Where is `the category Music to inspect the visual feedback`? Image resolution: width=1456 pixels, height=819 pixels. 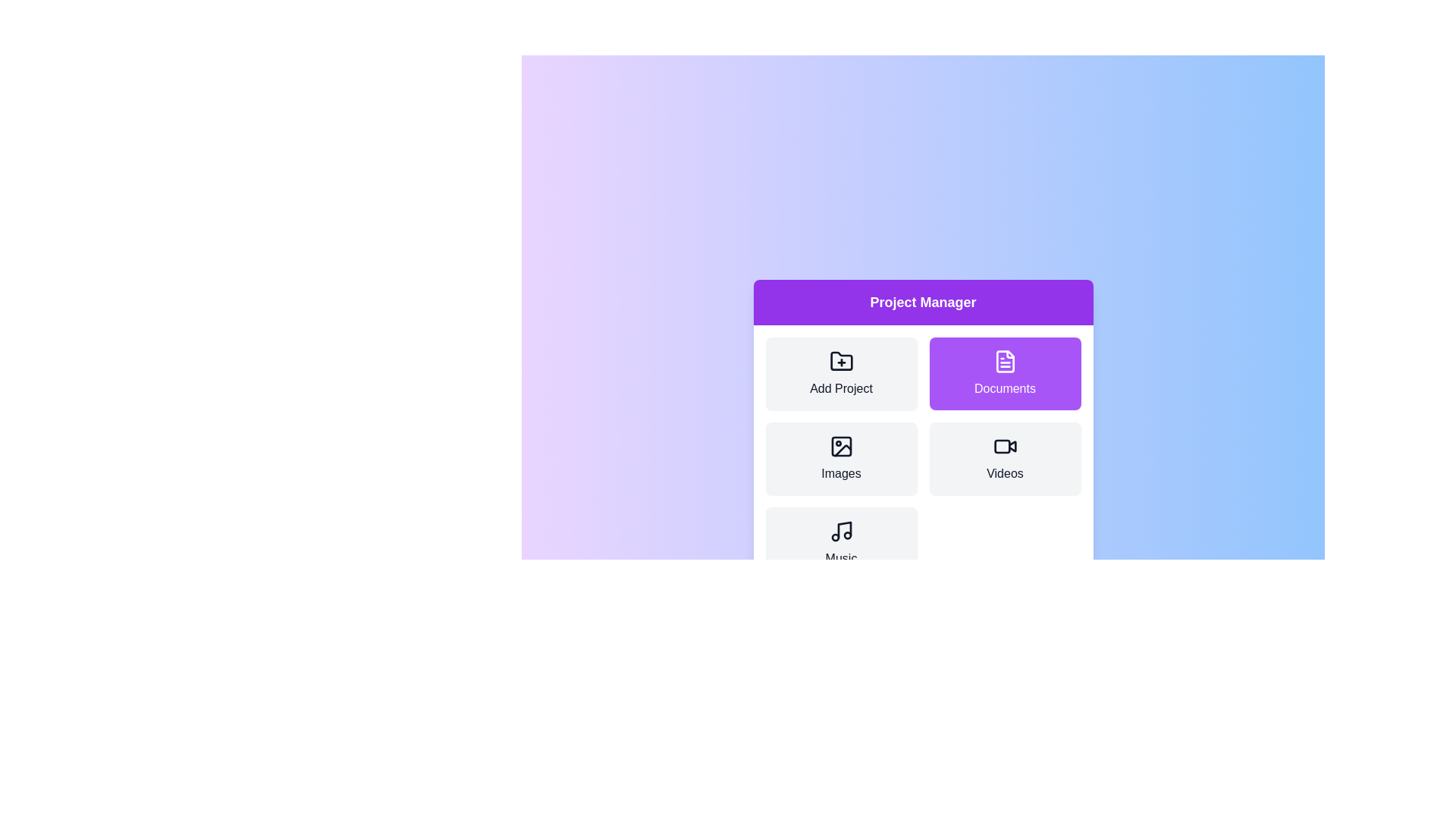 the category Music to inspect the visual feedback is located at coordinates (840, 543).